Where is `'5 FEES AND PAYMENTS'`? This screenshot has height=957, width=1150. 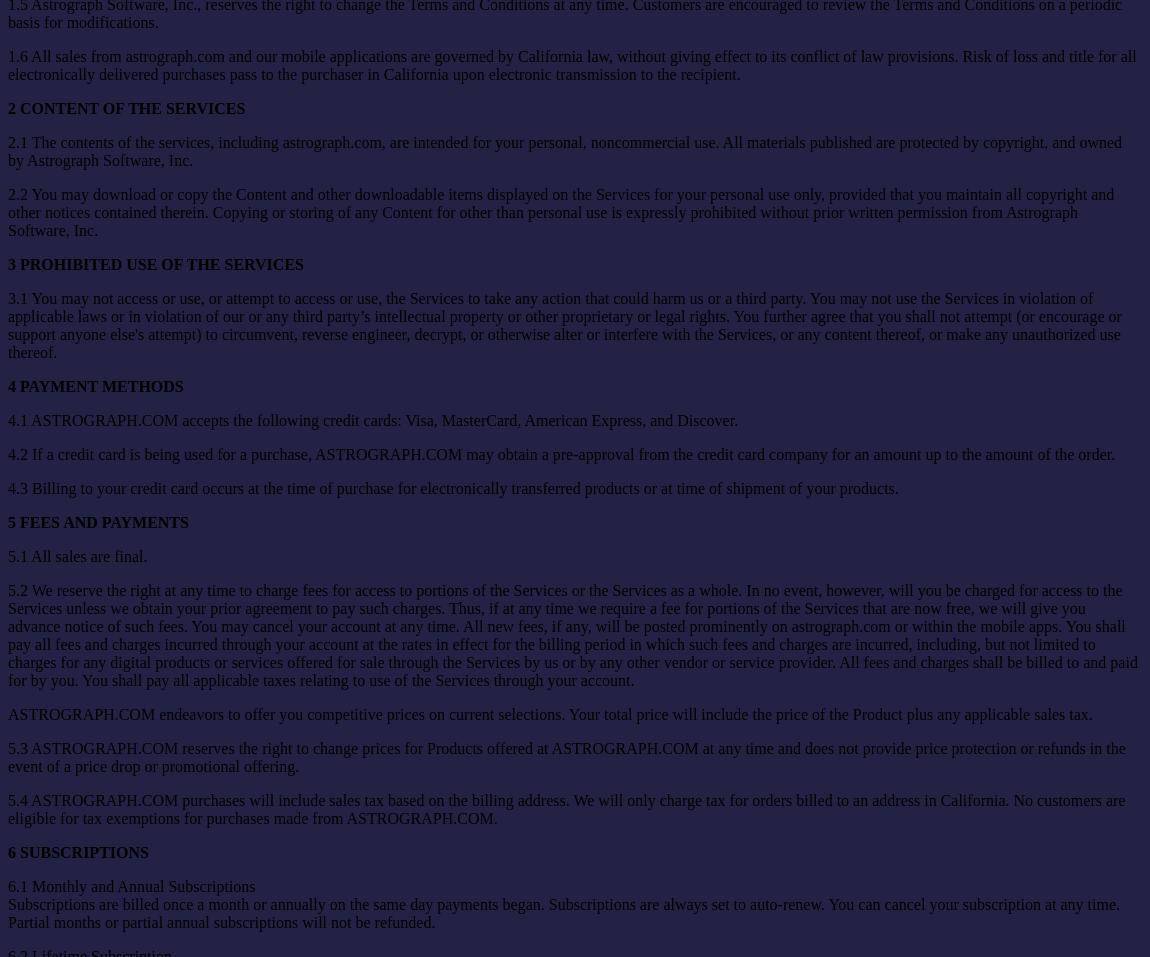 '5 FEES AND PAYMENTS' is located at coordinates (96, 521).